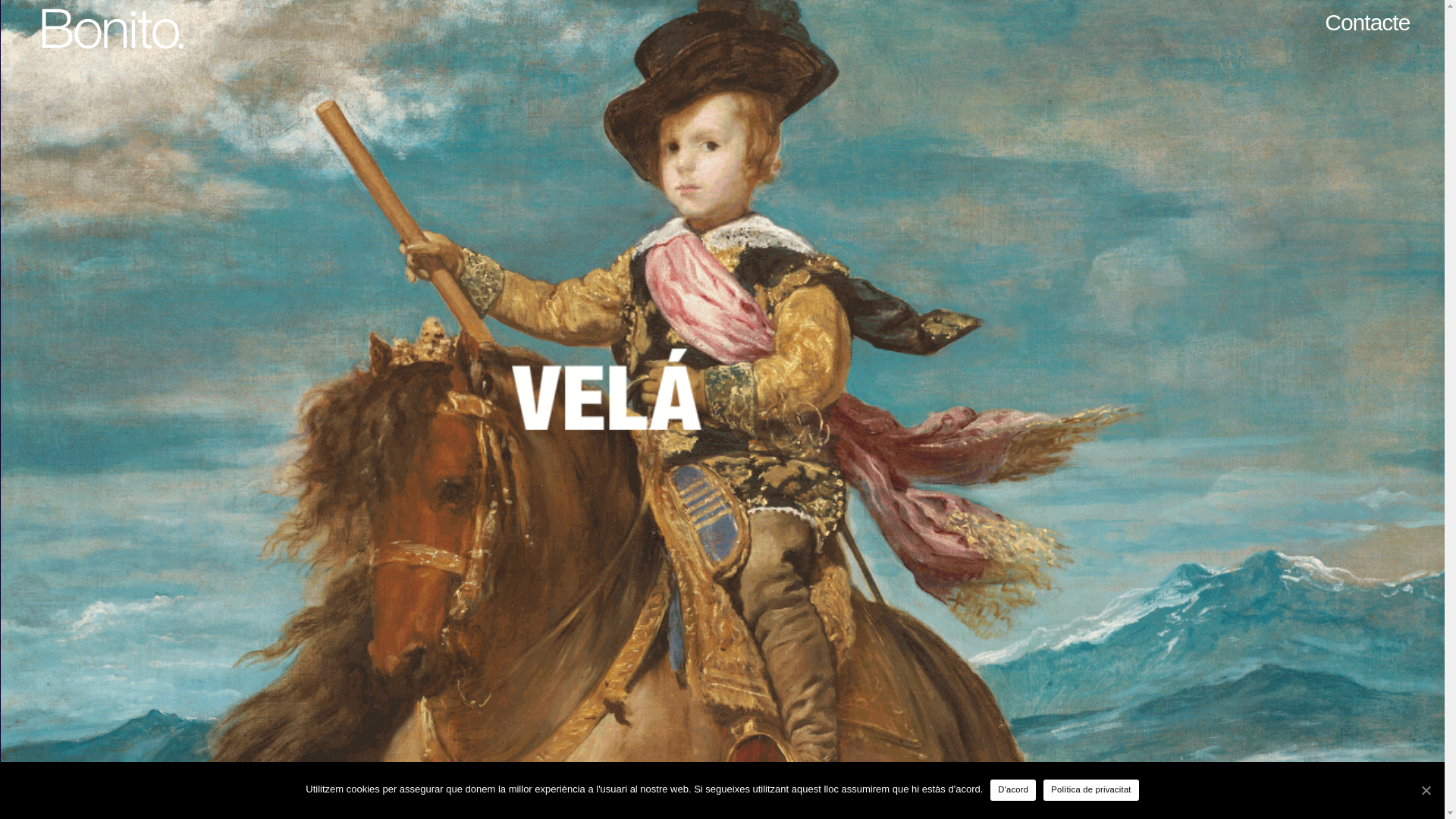  What do you see at coordinates (1012, 789) in the screenshot?
I see `'D'acord'` at bounding box center [1012, 789].